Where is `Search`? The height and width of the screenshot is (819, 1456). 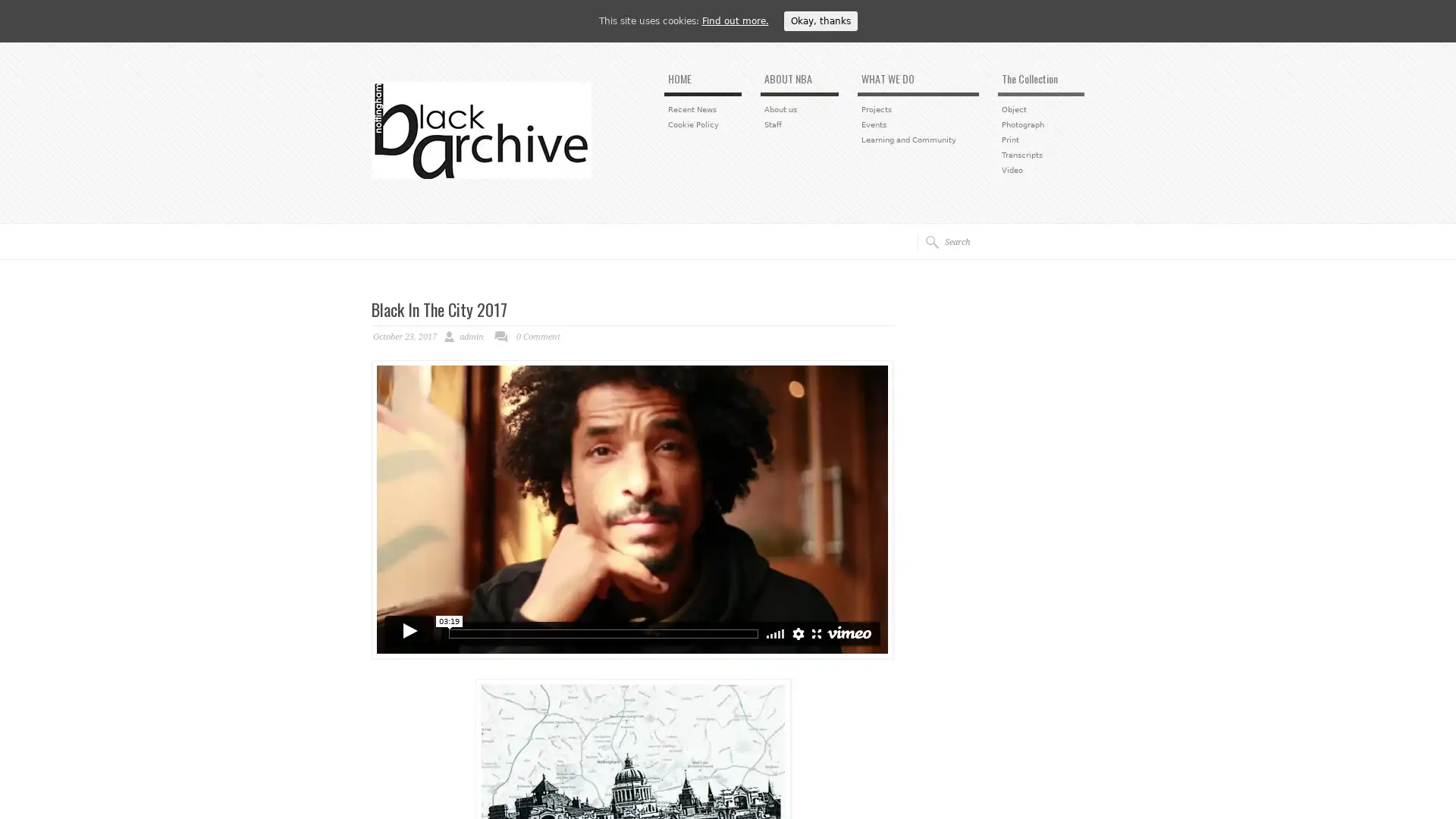 Search is located at coordinates (927, 241).